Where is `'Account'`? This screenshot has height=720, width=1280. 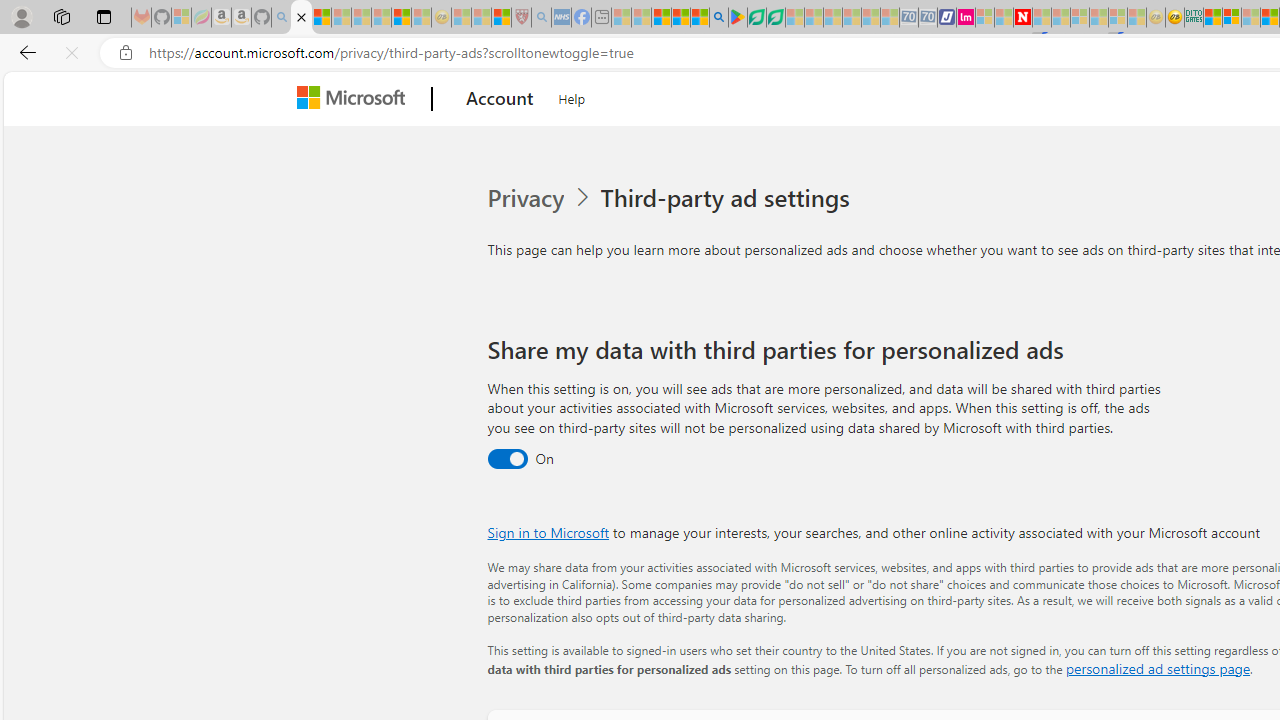 'Account' is located at coordinates (499, 99).